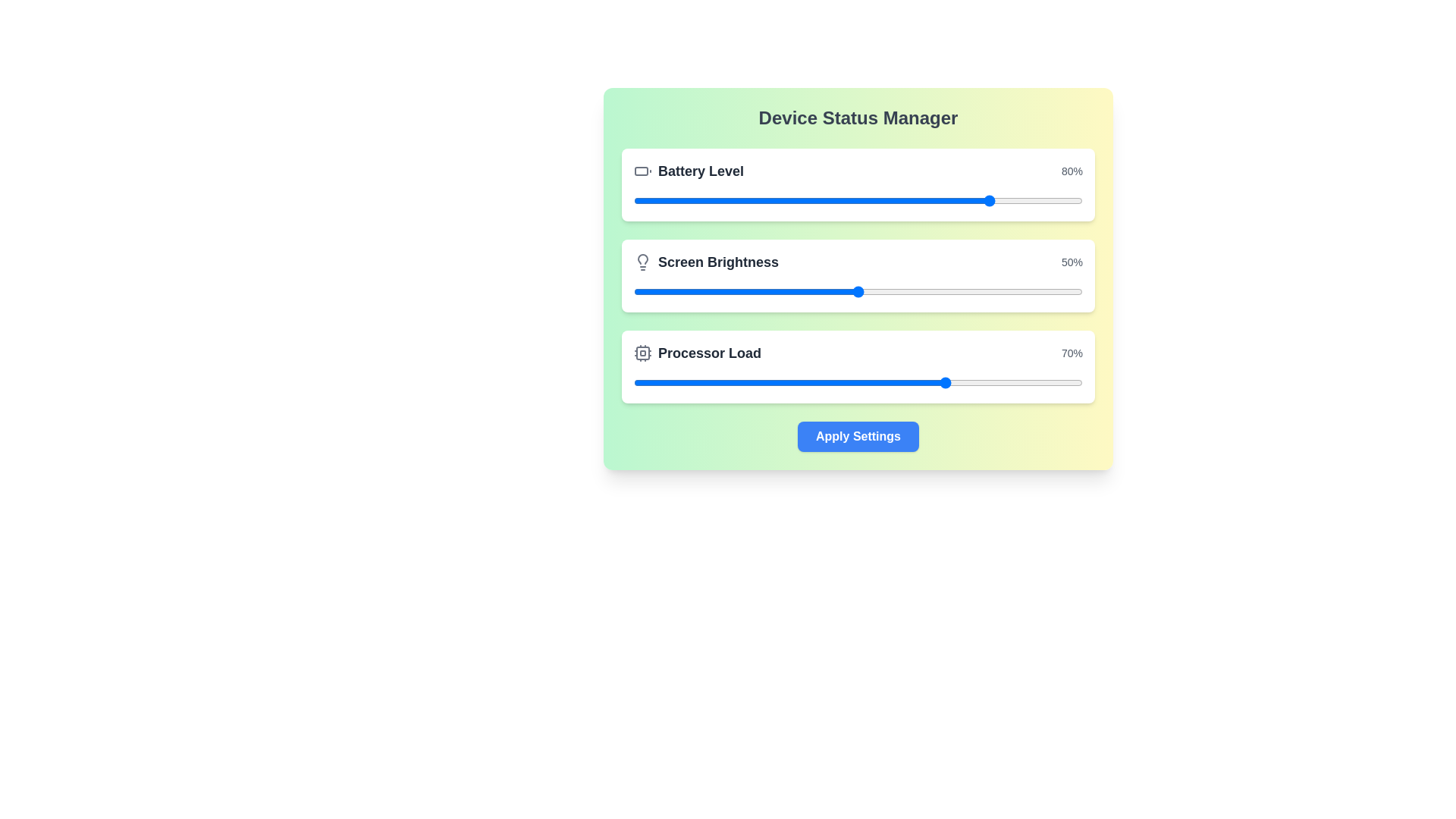  What do you see at coordinates (643, 353) in the screenshot?
I see `the CPU-shaped icon with a square outline located to the left of the 'Processor Load' text label in the third section of the interface` at bounding box center [643, 353].